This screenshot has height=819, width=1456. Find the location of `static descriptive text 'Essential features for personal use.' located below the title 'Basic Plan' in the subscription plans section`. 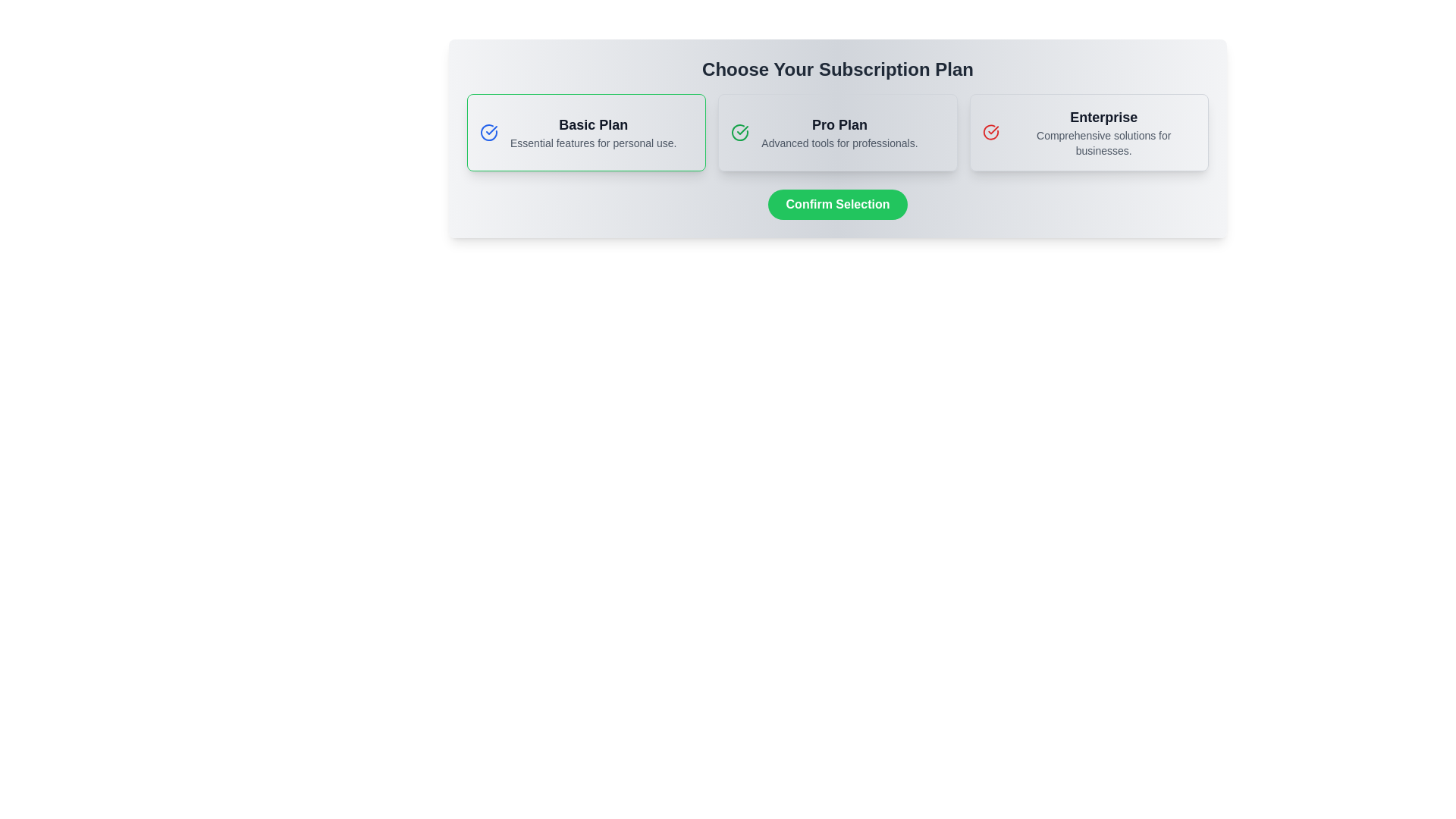

static descriptive text 'Essential features for personal use.' located below the title 'Basic Plan' in the subscription plans section is located at coordinates (592, 143).